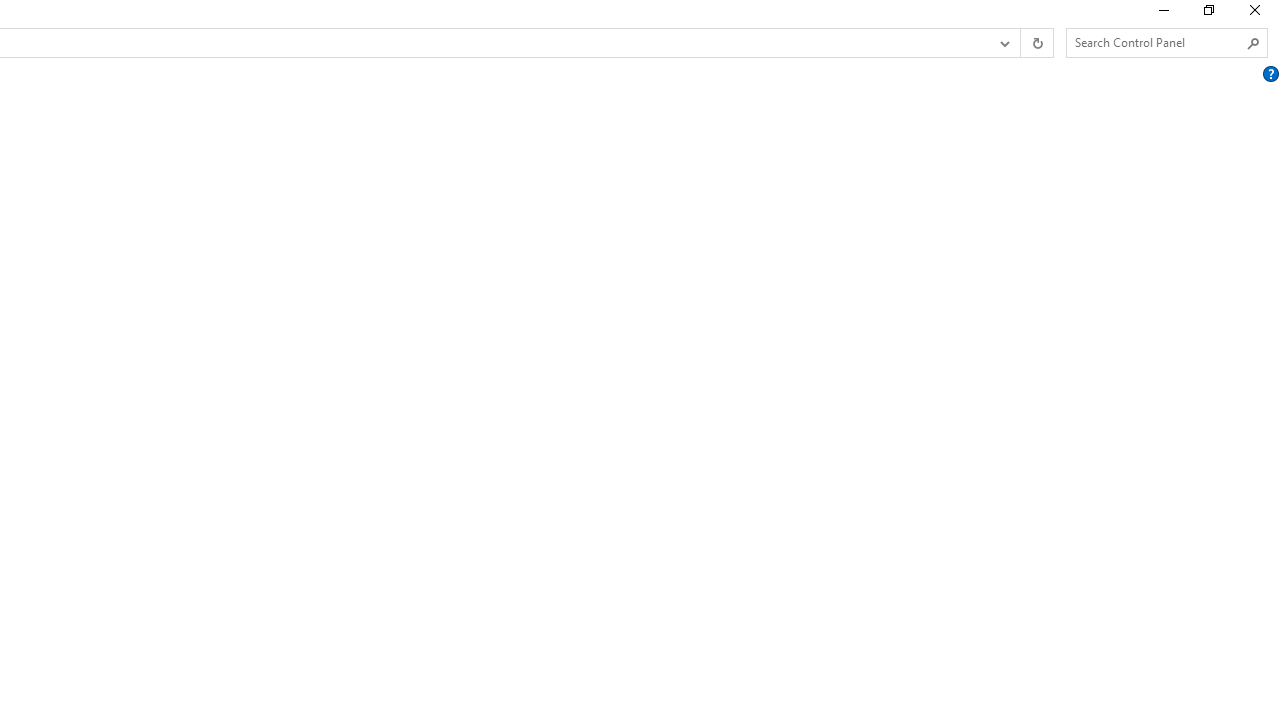 Image resolution: width=1280 pixels, height=720 pixels. Describe the element at coordinates (1162, 15) in the screenshot. I see `'Minimize'` at that location.